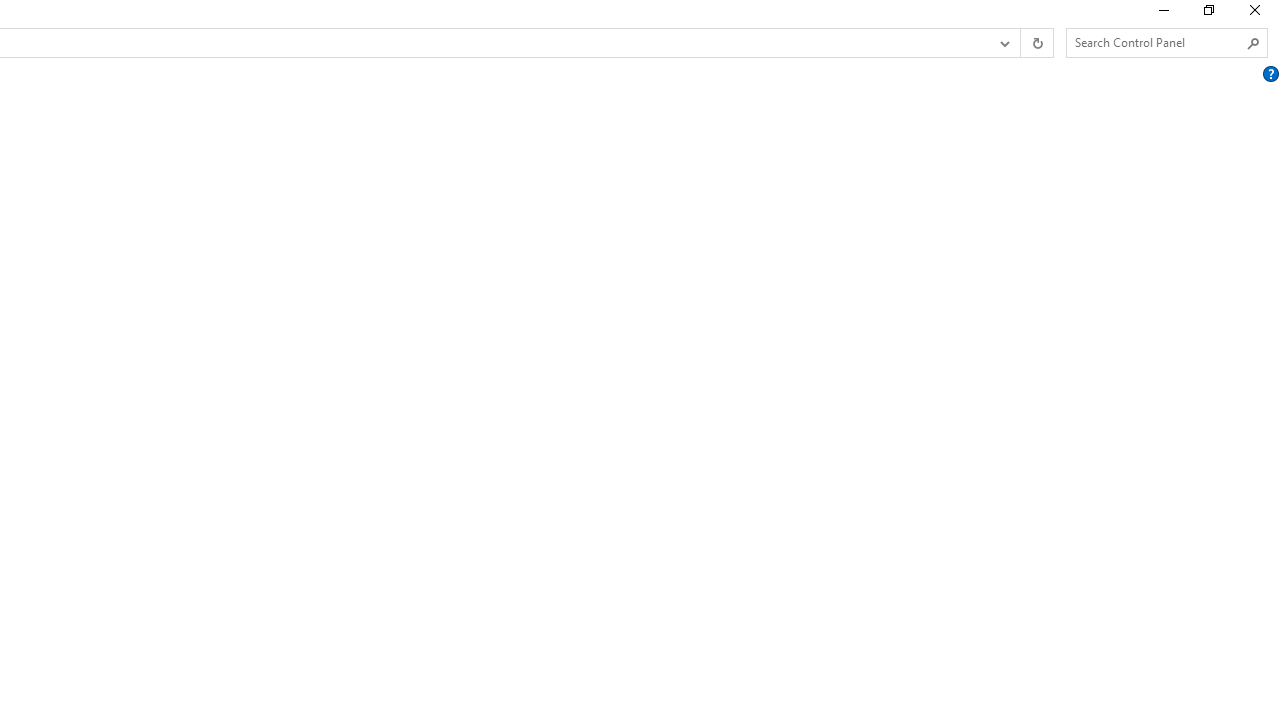 Image resolution: width=1280 pixels, height=720 pixels. Describe the element at coordinates (1162, 15) in the screenshot. I see `'Minimize'` at that location.